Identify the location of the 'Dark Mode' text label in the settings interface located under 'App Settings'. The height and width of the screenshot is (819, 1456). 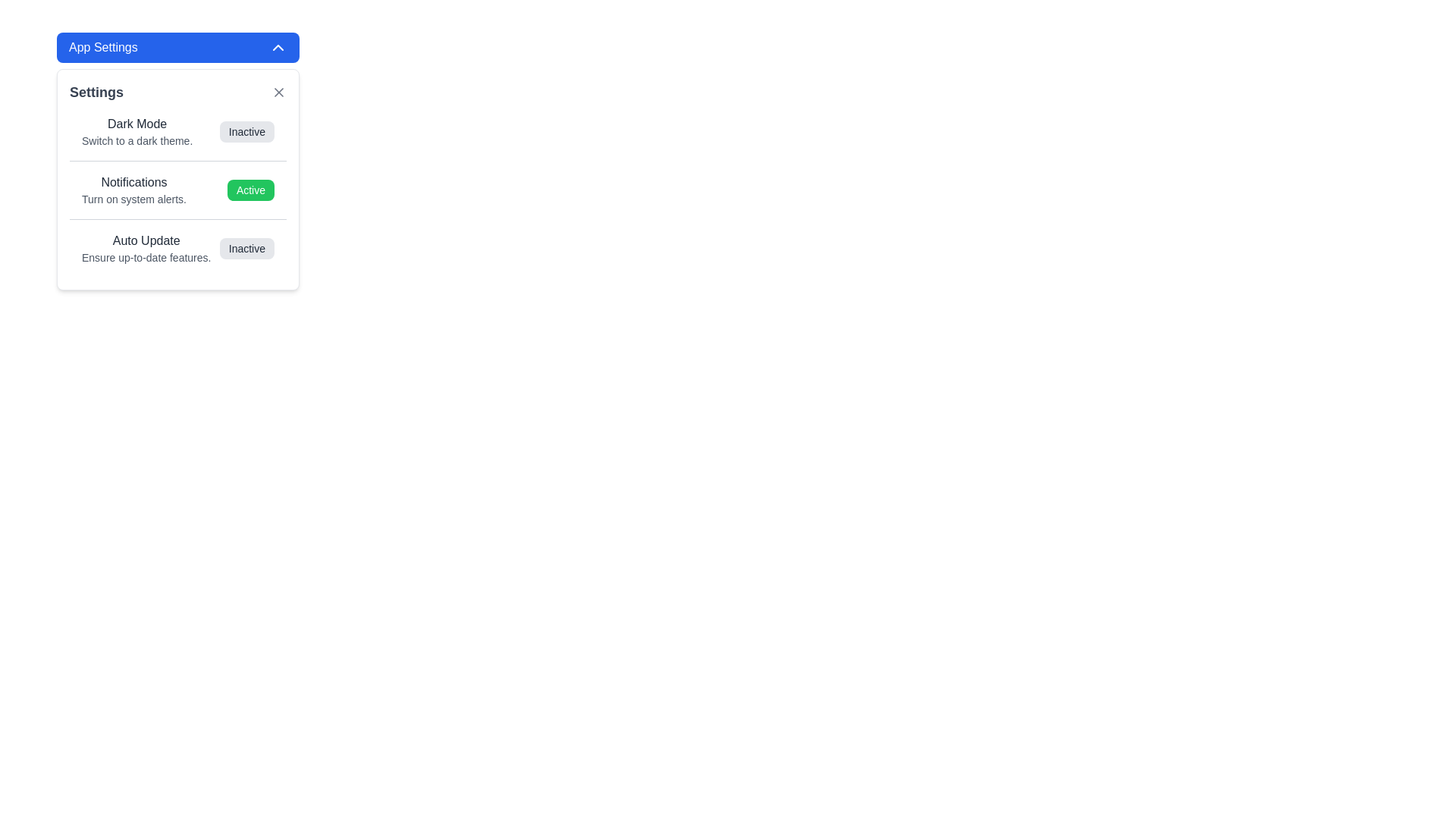
(137, 124).